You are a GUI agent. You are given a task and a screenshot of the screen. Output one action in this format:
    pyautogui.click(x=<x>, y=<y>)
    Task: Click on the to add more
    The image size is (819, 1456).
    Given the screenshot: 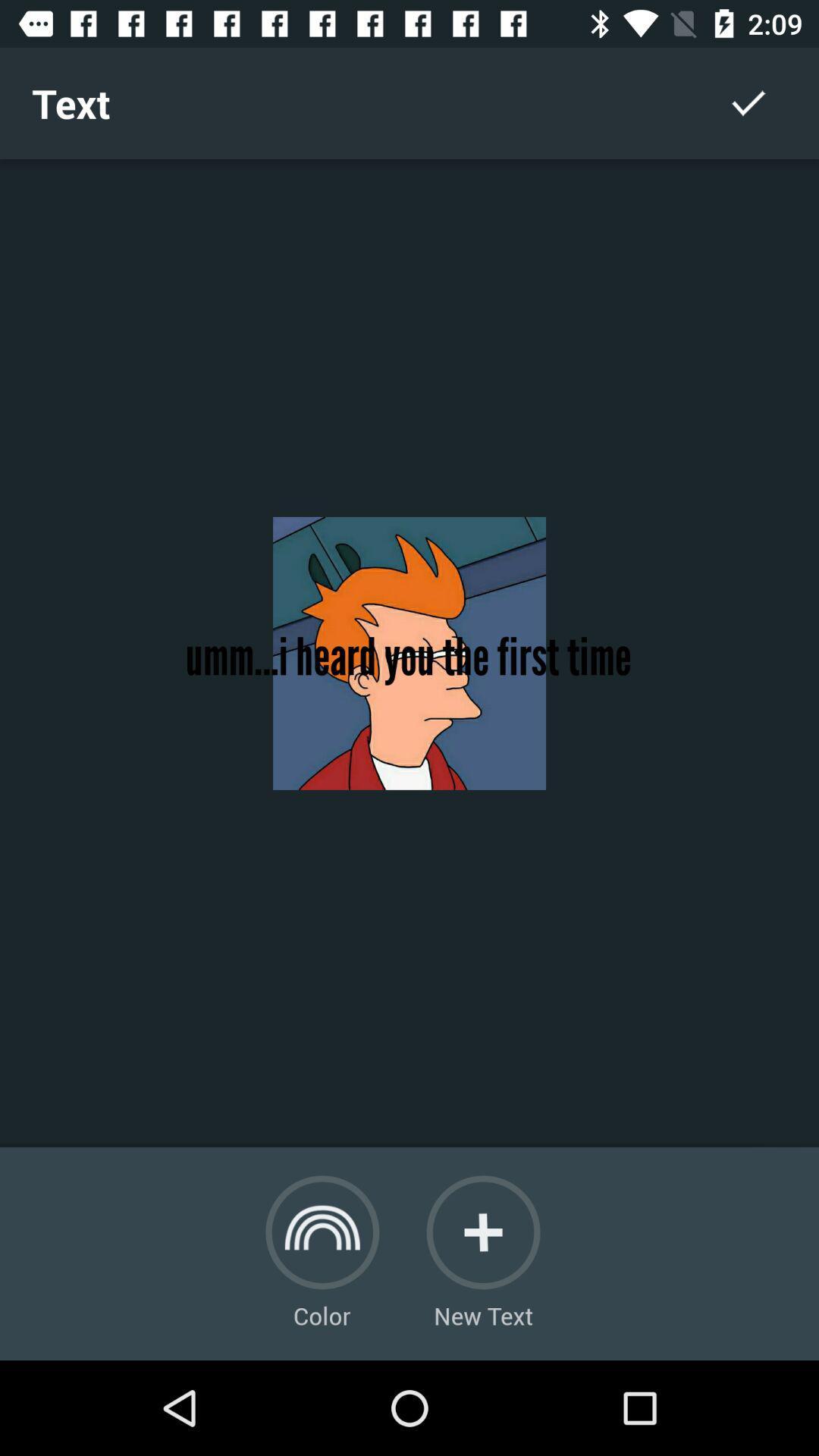 What is the action you would take?
    pyautogui.click(x=483, y=1232)
    